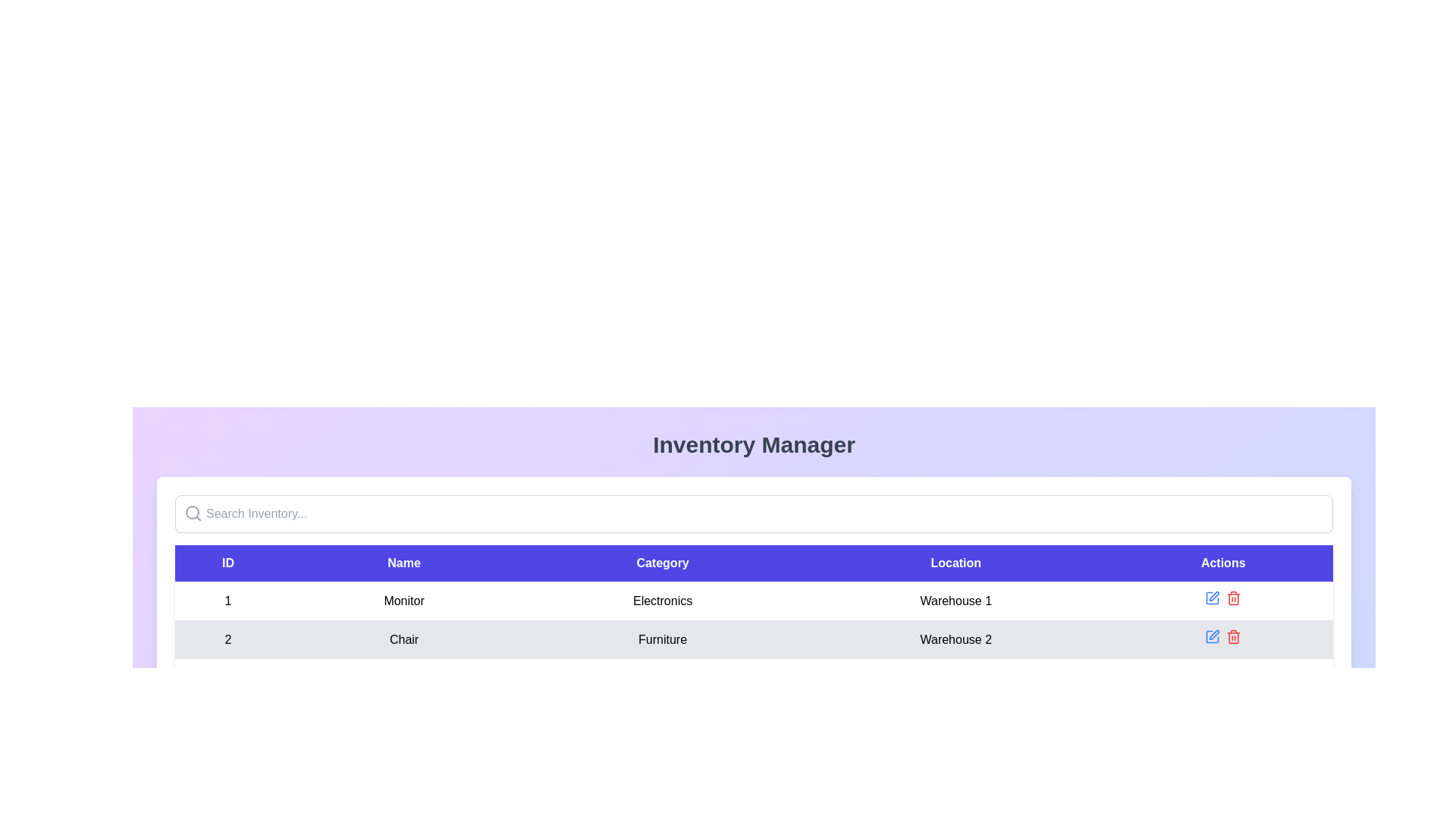 Image resolution: width=1456 pixels, height=819 pixels. What do you see at coordinates (227, 563) in the screenshot?
I see `the header label for the IDs column in the table, which is the first column header located at the top-left of the table and to the left of the 'Name' header` at bounding box center [227, 563].